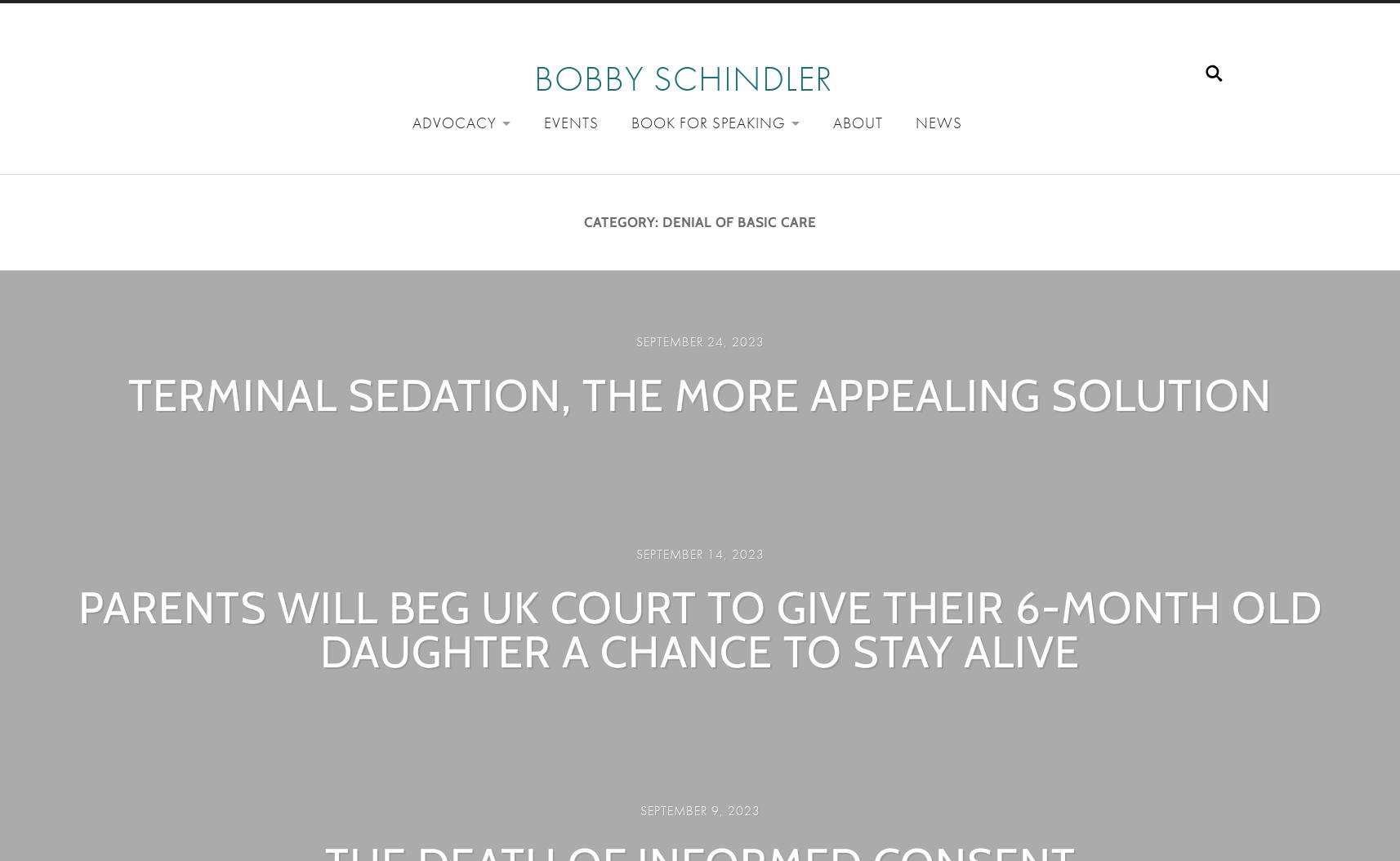 This screenshot has height=861, width=1400. What do you see at coordinates (700, 394) in the screenshot?
I see `'Terminal Sedation, the More Appealing Solution'` at bounding box center [700, 394].